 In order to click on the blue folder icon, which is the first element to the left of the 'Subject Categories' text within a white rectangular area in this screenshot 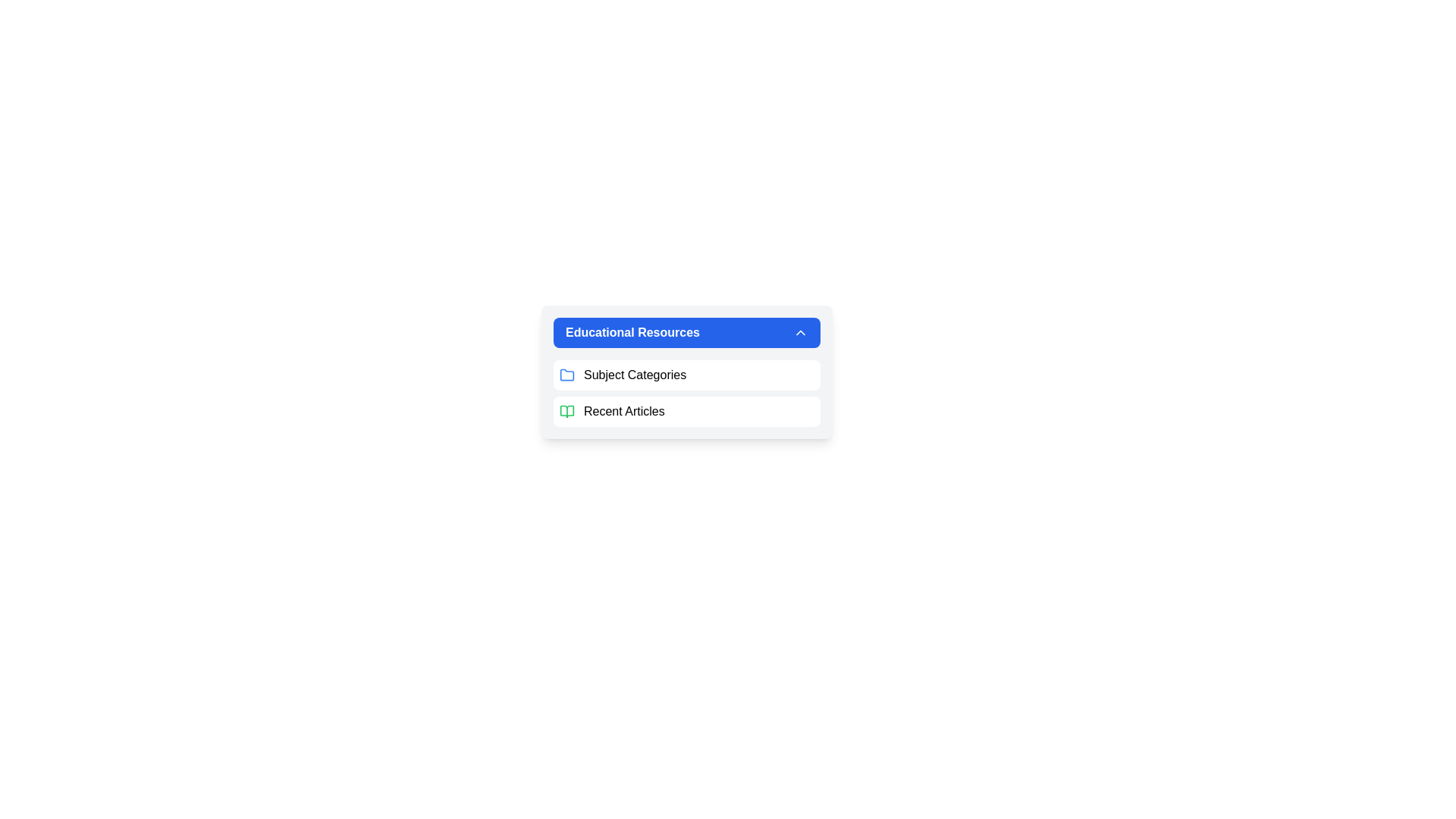, I will do `click(566, 375)`.